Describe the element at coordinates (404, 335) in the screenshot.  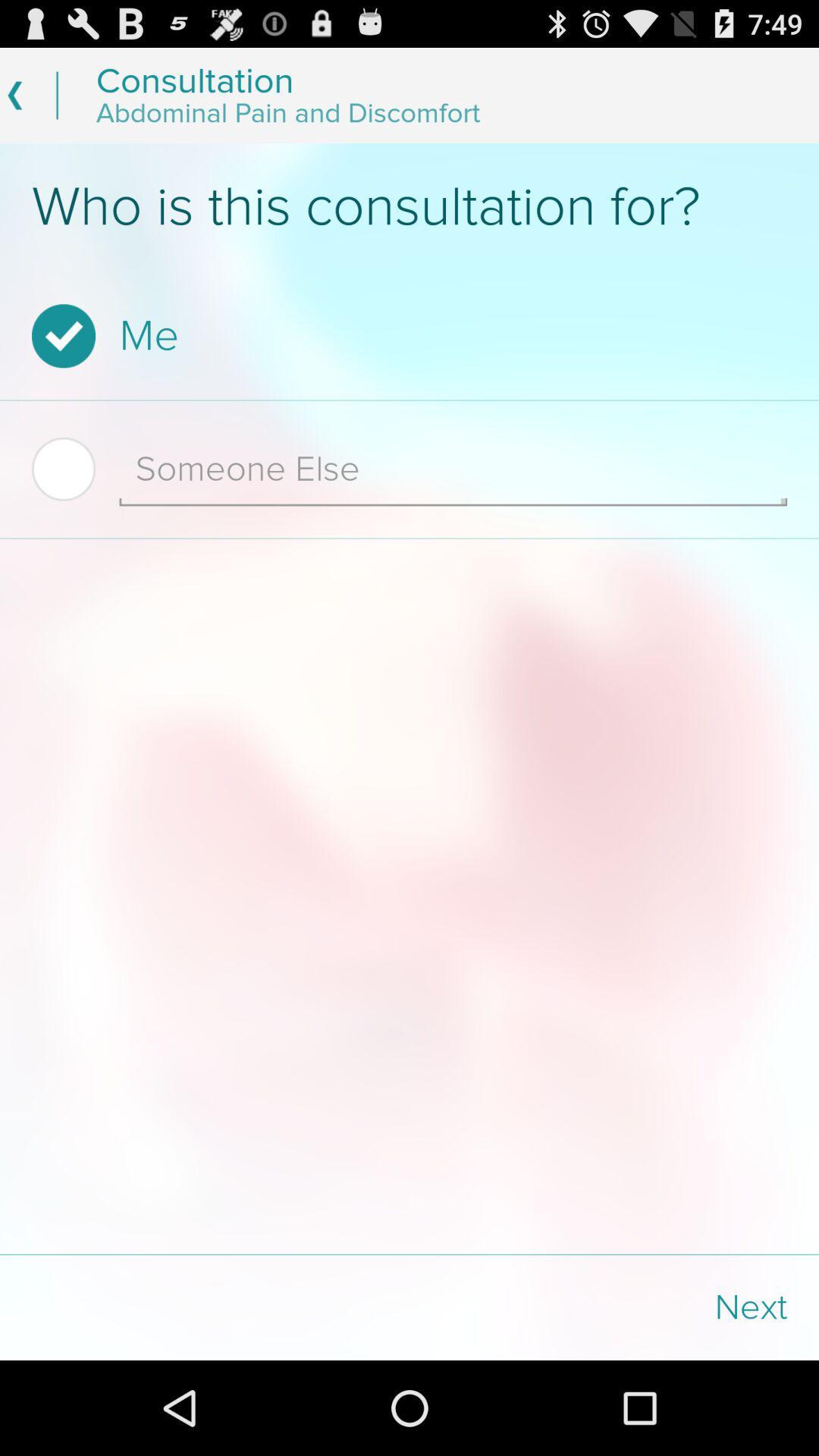
I see `the me item` at that location.